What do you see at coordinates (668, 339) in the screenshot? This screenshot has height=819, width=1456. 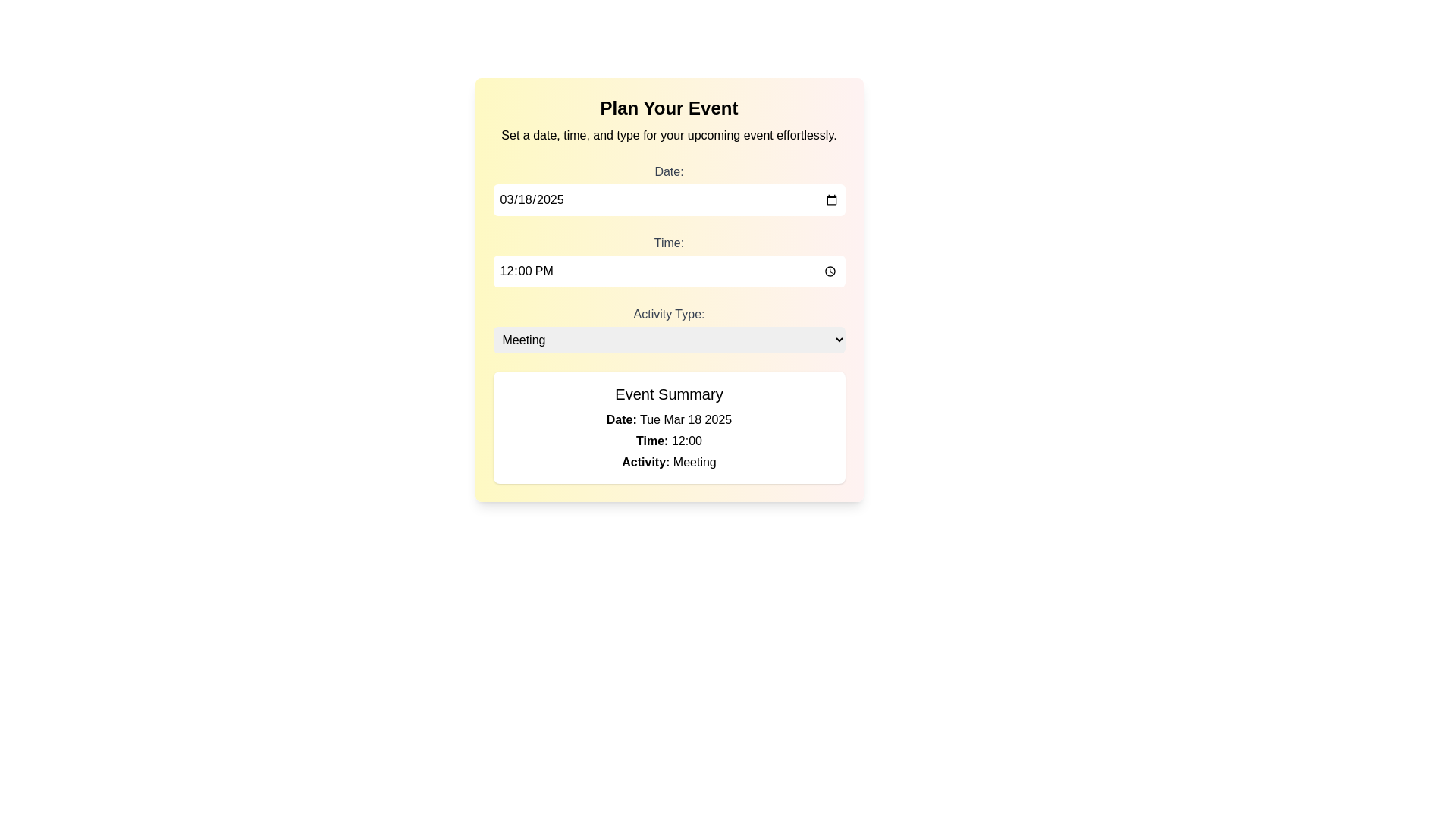 I see `the dropdown menu displaying 'Meeting'` at bounding box center [668, 339].